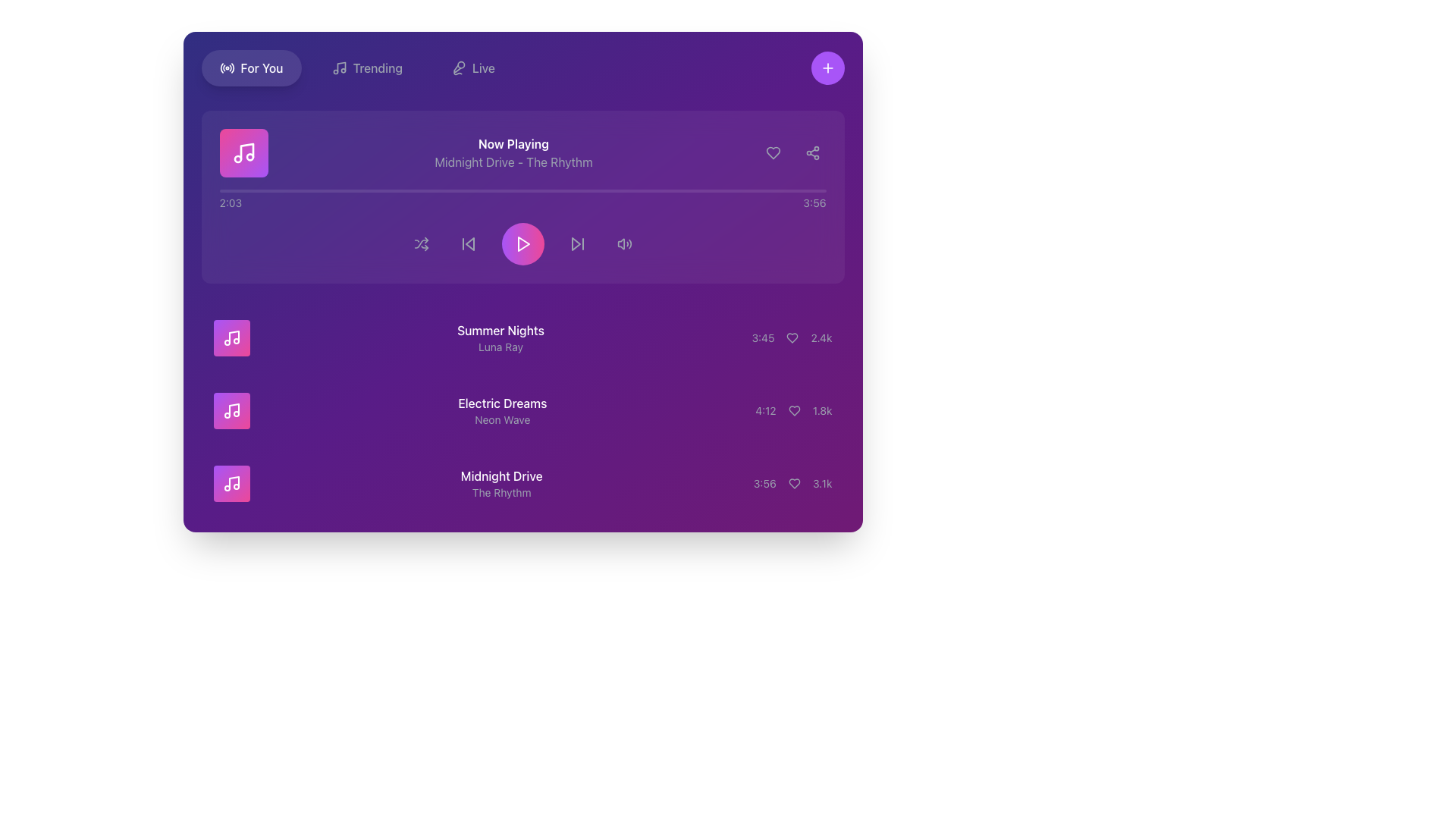 This screenshot has height=819, width=1456. I want to click on playback position, so click(563, 190).